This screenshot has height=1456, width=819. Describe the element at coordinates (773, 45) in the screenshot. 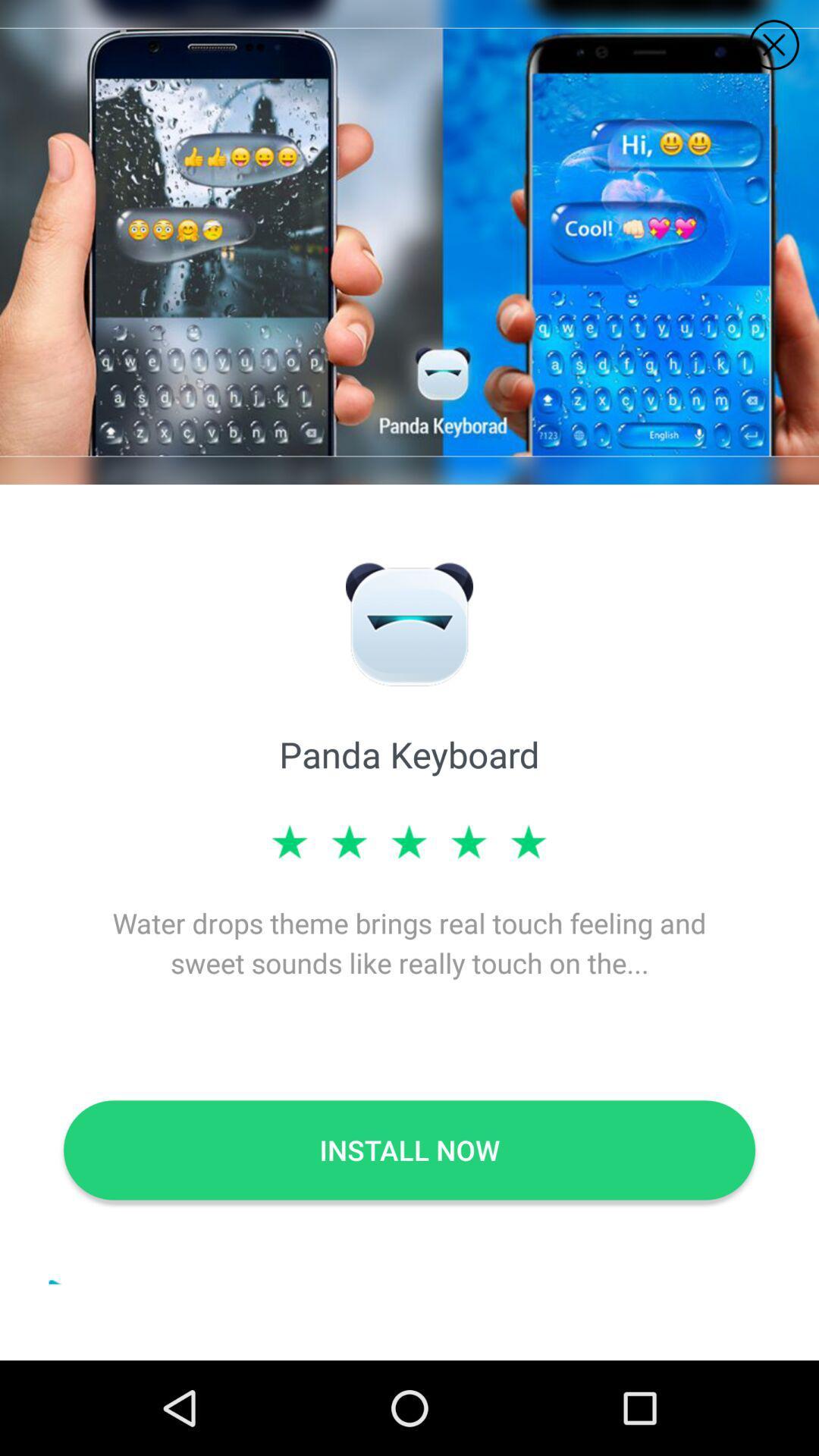

I see `the close icon` at that location.